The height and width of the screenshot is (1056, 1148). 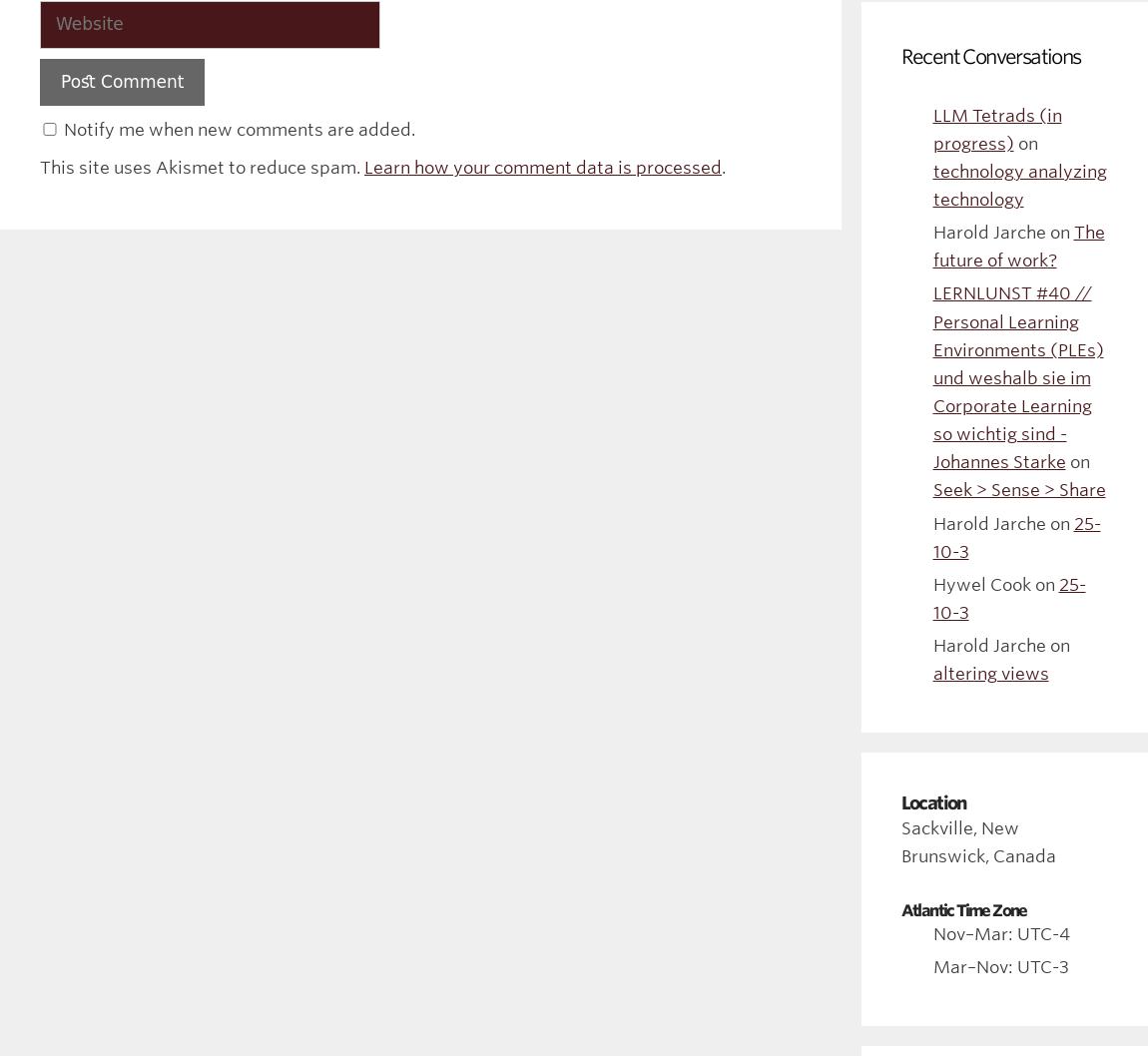 What do you see at coordinates (722, 167) in the screenshot?
I see `'.'` at bounding box center [722, 167].